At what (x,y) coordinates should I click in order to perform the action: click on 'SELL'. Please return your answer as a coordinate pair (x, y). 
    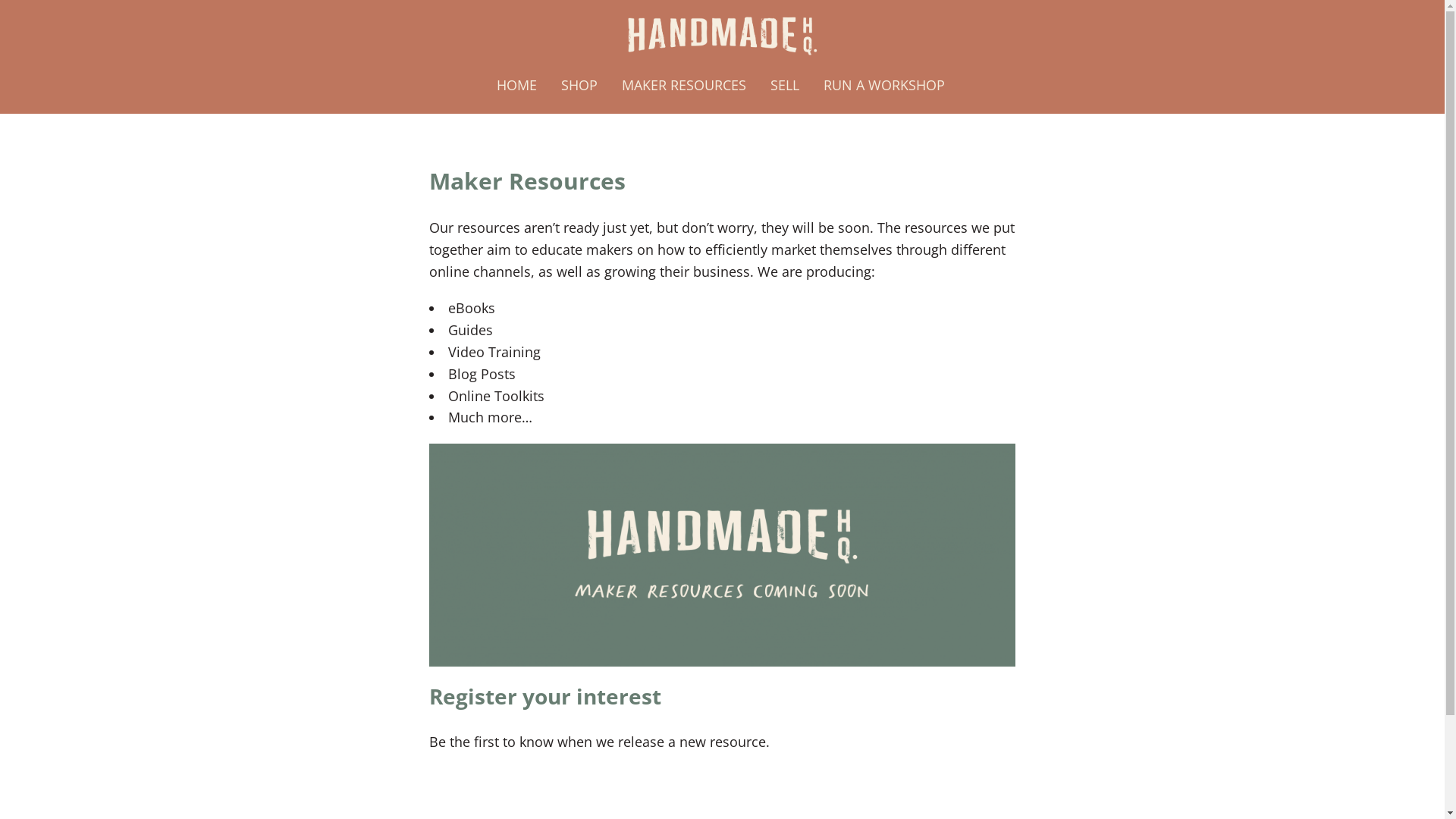
    Looking at the image, I should click on (785, 84).